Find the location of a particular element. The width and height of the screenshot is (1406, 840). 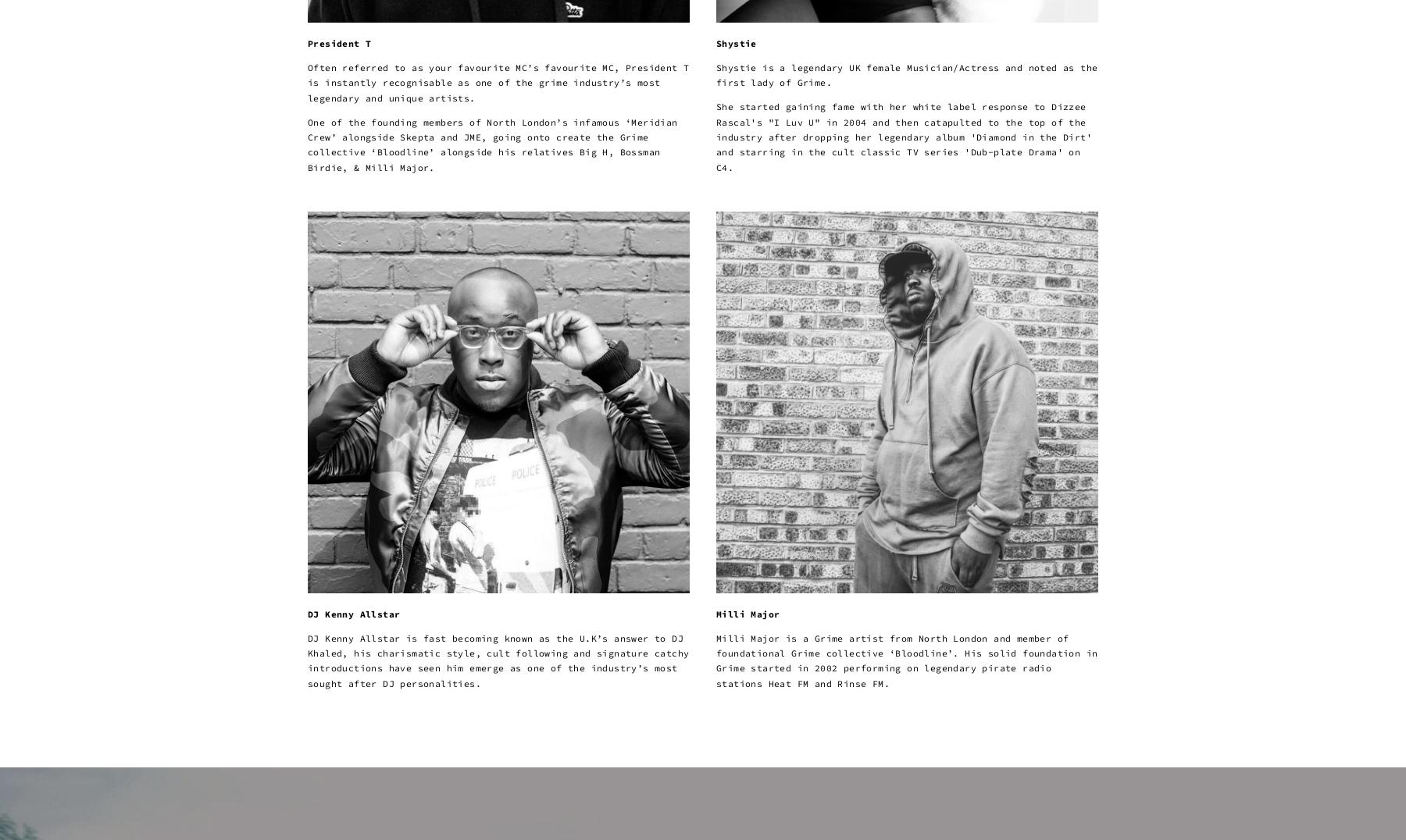

'Shystie is a legendary UK female Musician/Actress and noted as the first lady of Grime.' is located at coordinates (906, 73).